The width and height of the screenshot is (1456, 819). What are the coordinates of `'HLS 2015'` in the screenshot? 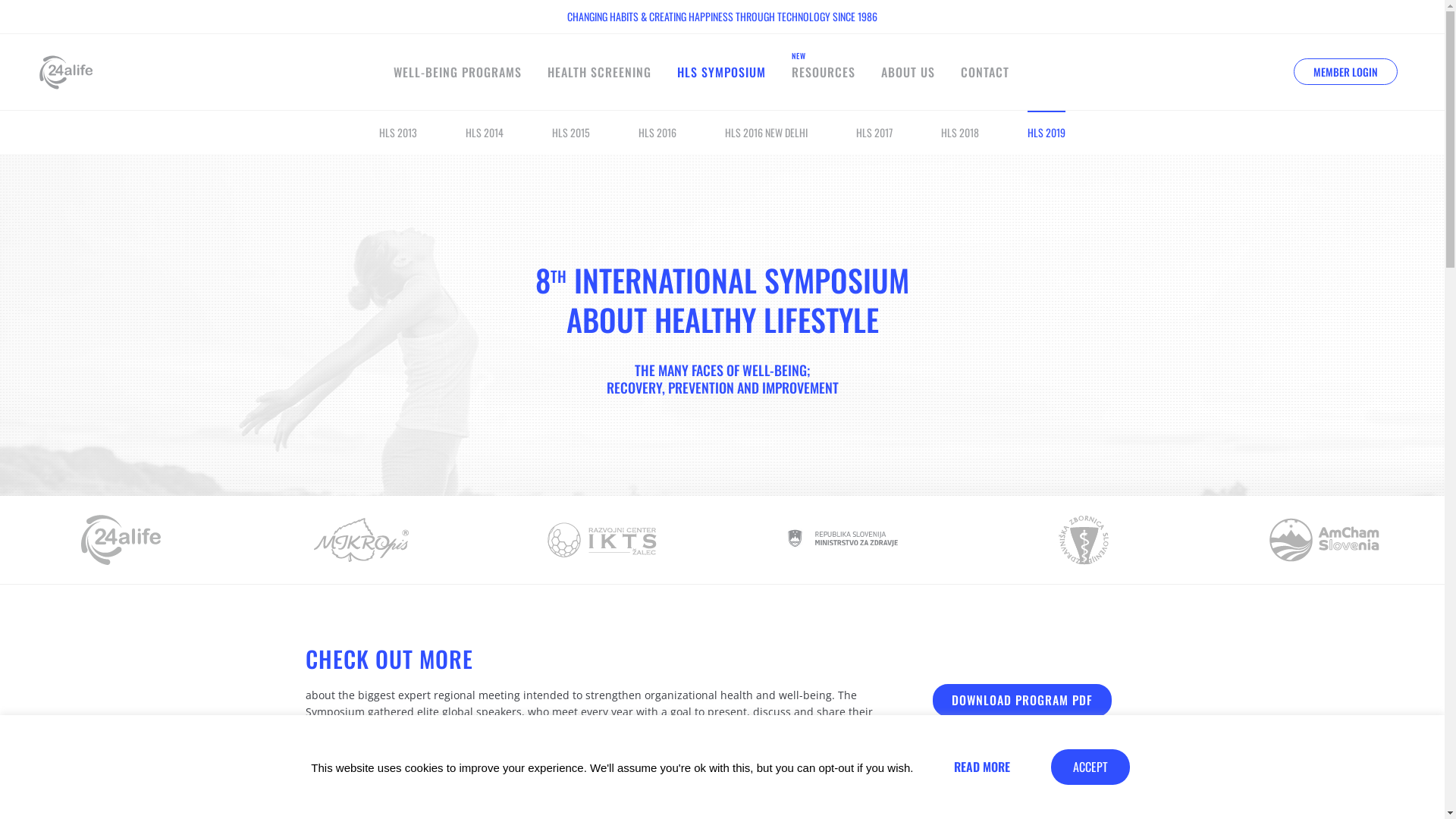 It's located at (570, 131).